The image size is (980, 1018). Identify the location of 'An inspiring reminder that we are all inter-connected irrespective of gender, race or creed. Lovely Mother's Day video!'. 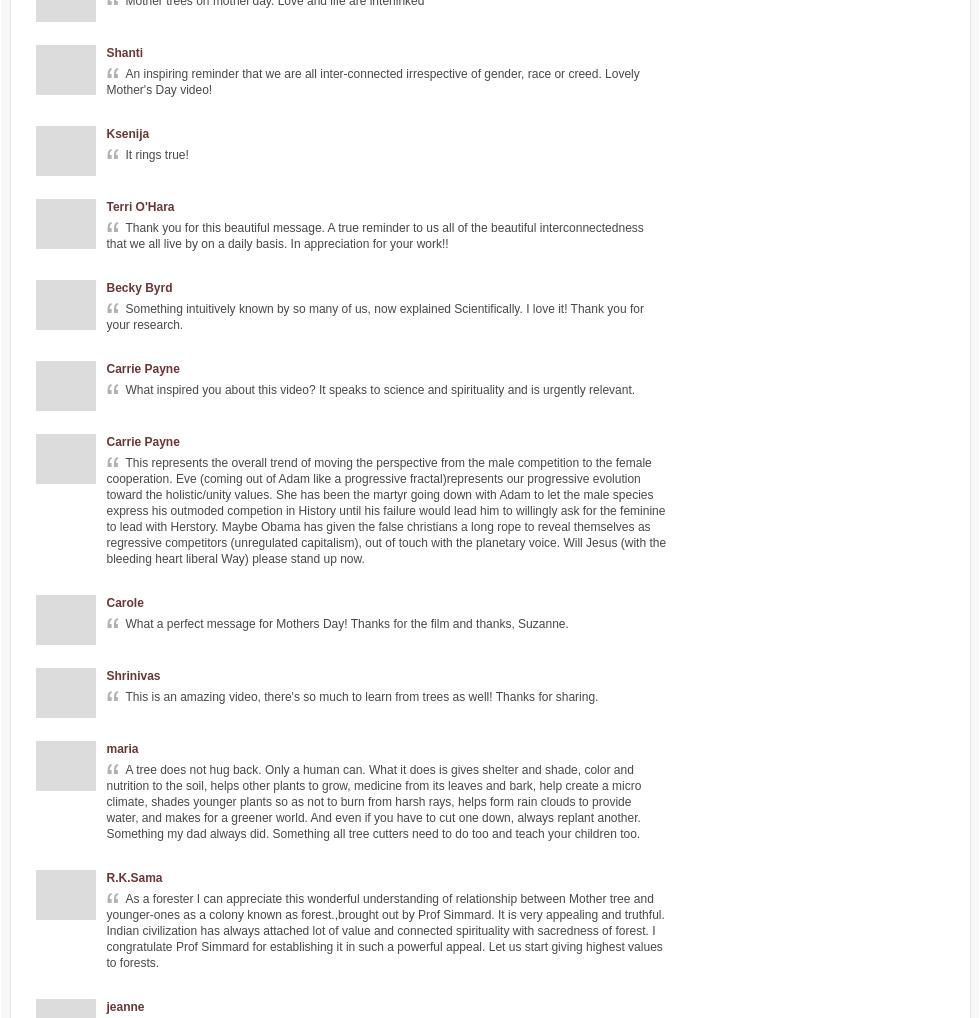
(106, 82).